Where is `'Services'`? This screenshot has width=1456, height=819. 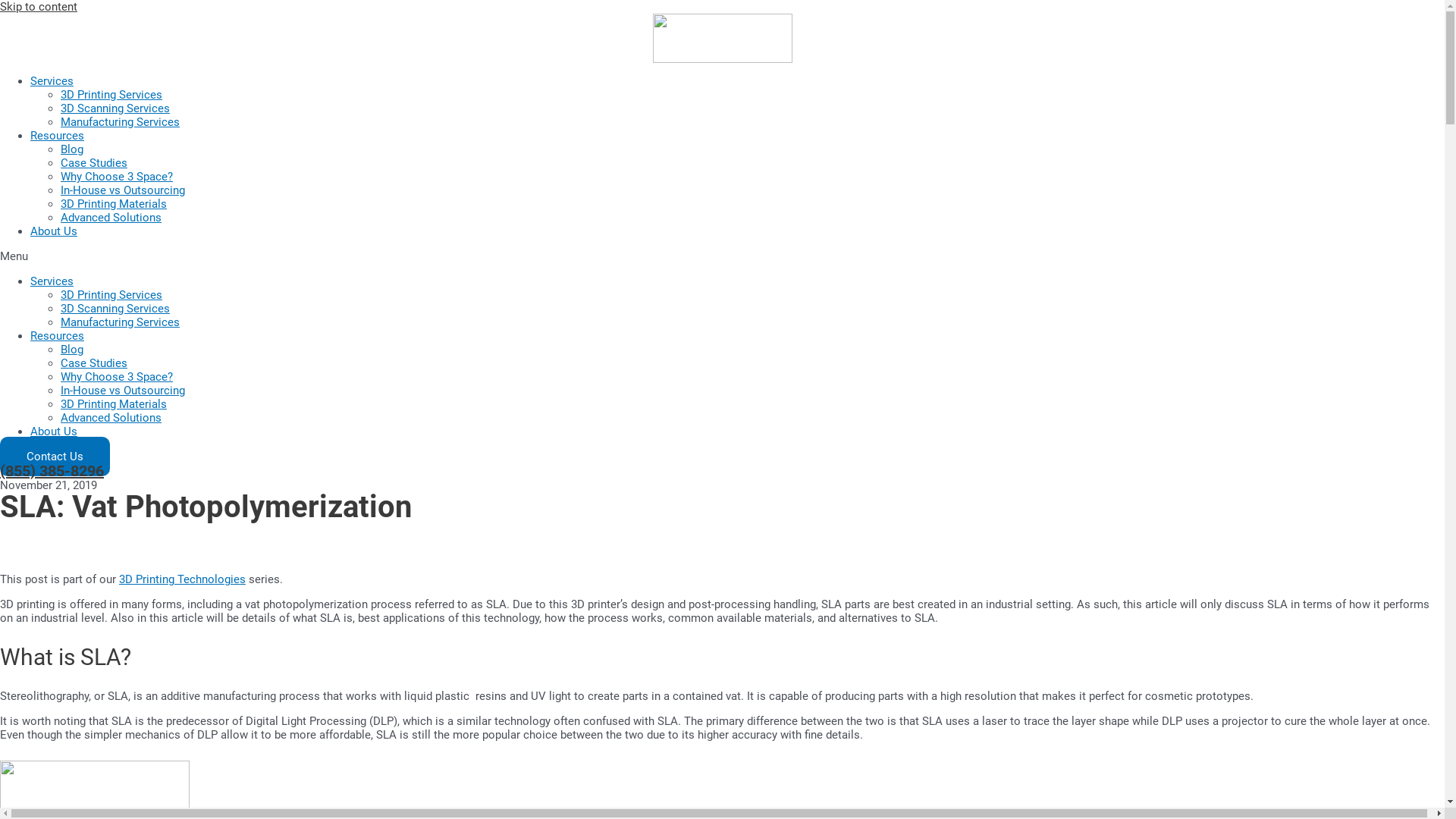 'Services' is located at coordinates (52, 81).